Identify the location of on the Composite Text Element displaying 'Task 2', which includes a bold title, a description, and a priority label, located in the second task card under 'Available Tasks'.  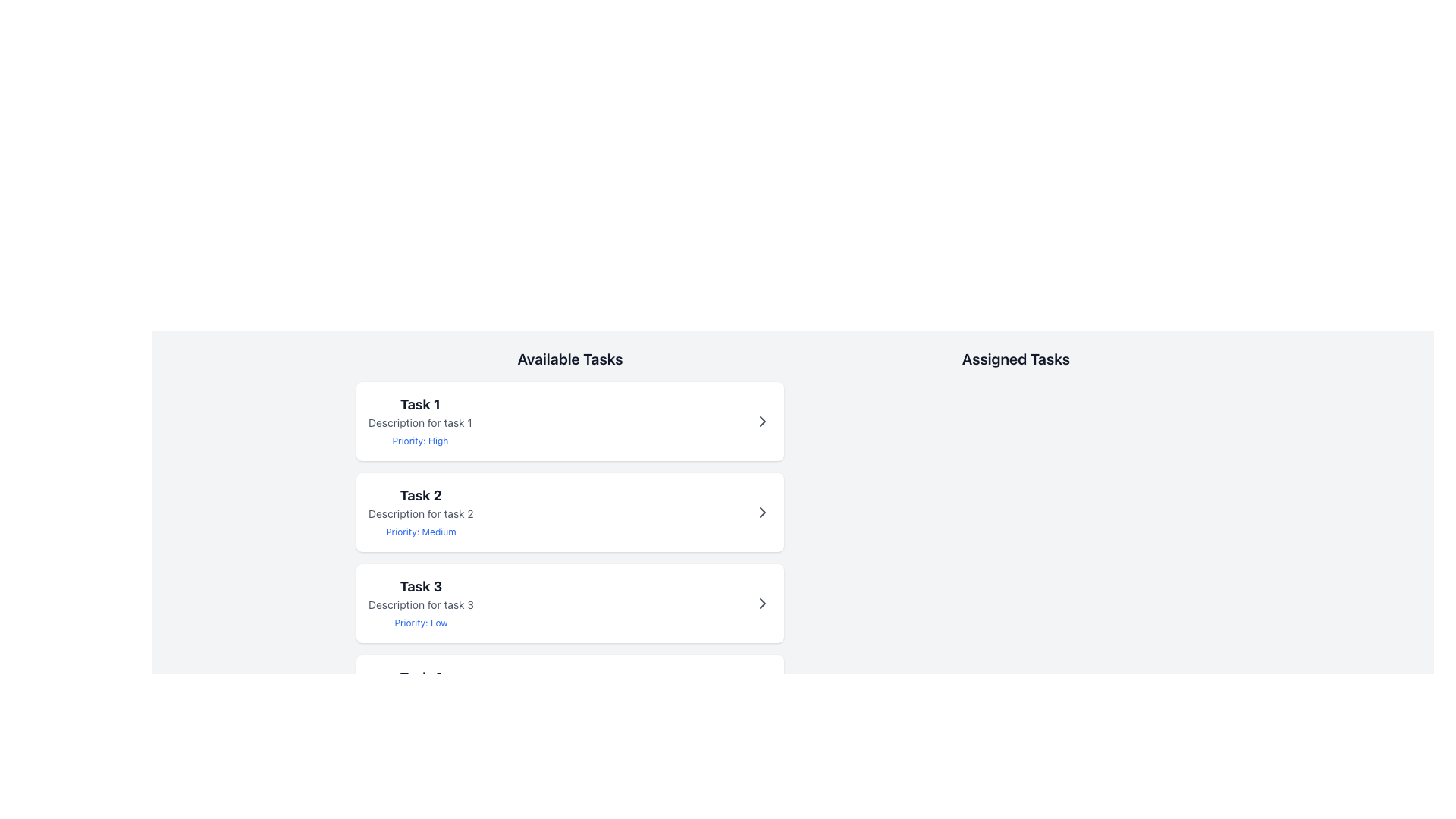
(421, 512).